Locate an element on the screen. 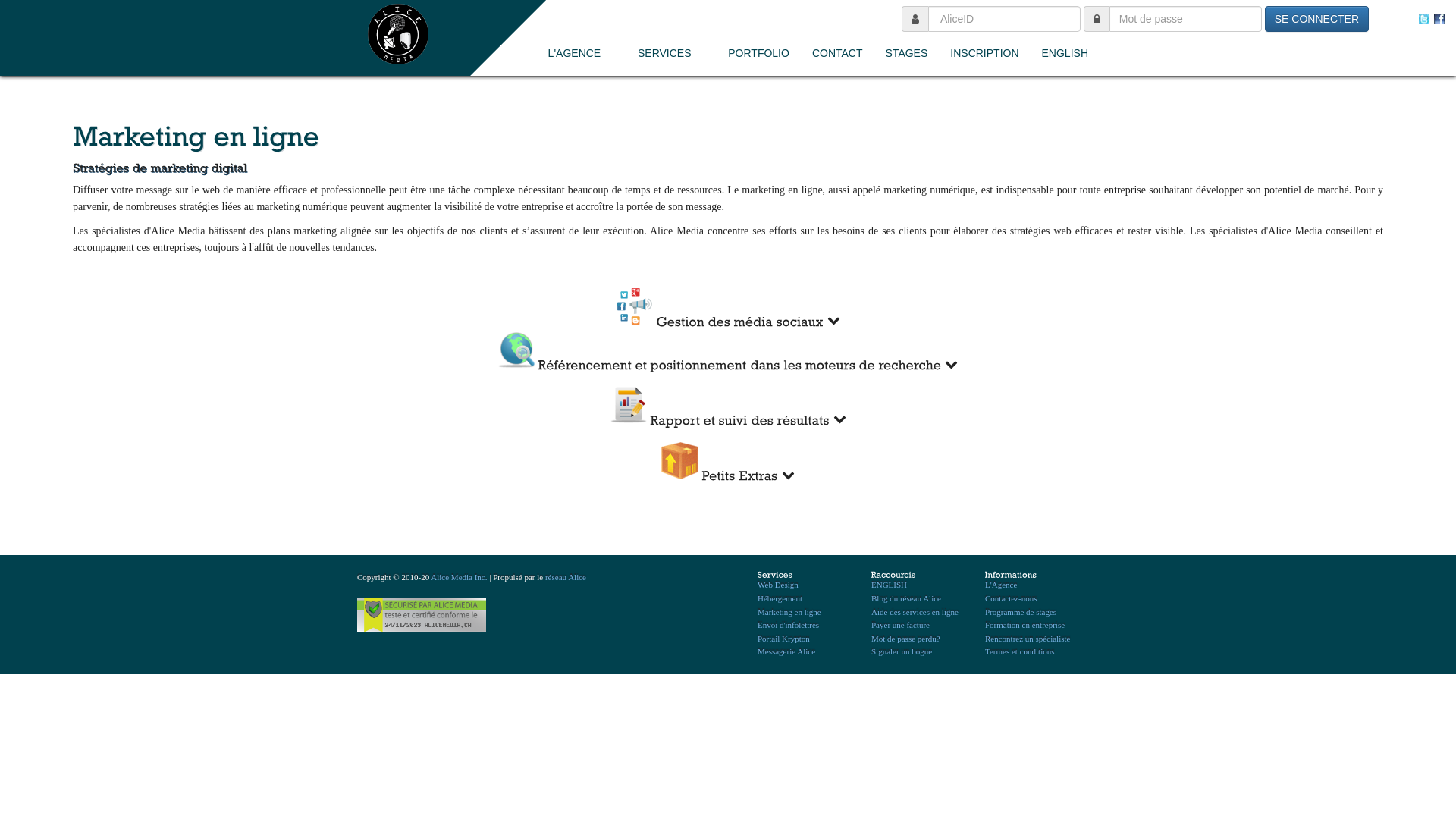 Image resolution: width=1456 pixels, height=819 pixels. 'L'Agence' is located at coordinates (1001, 584).